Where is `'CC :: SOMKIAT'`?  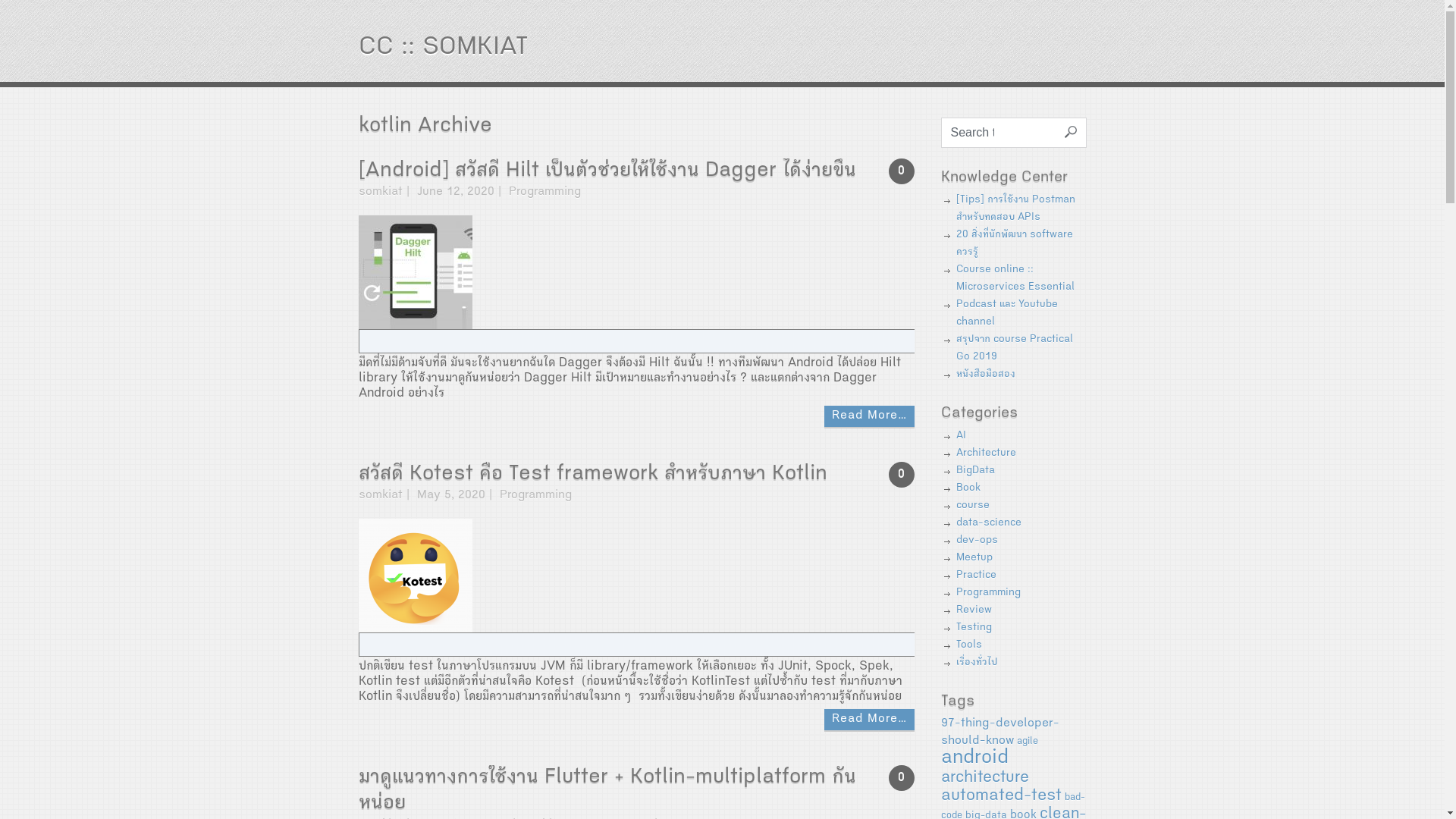 'CC :: SOMKIAT' is located at coordinates (441, 48).